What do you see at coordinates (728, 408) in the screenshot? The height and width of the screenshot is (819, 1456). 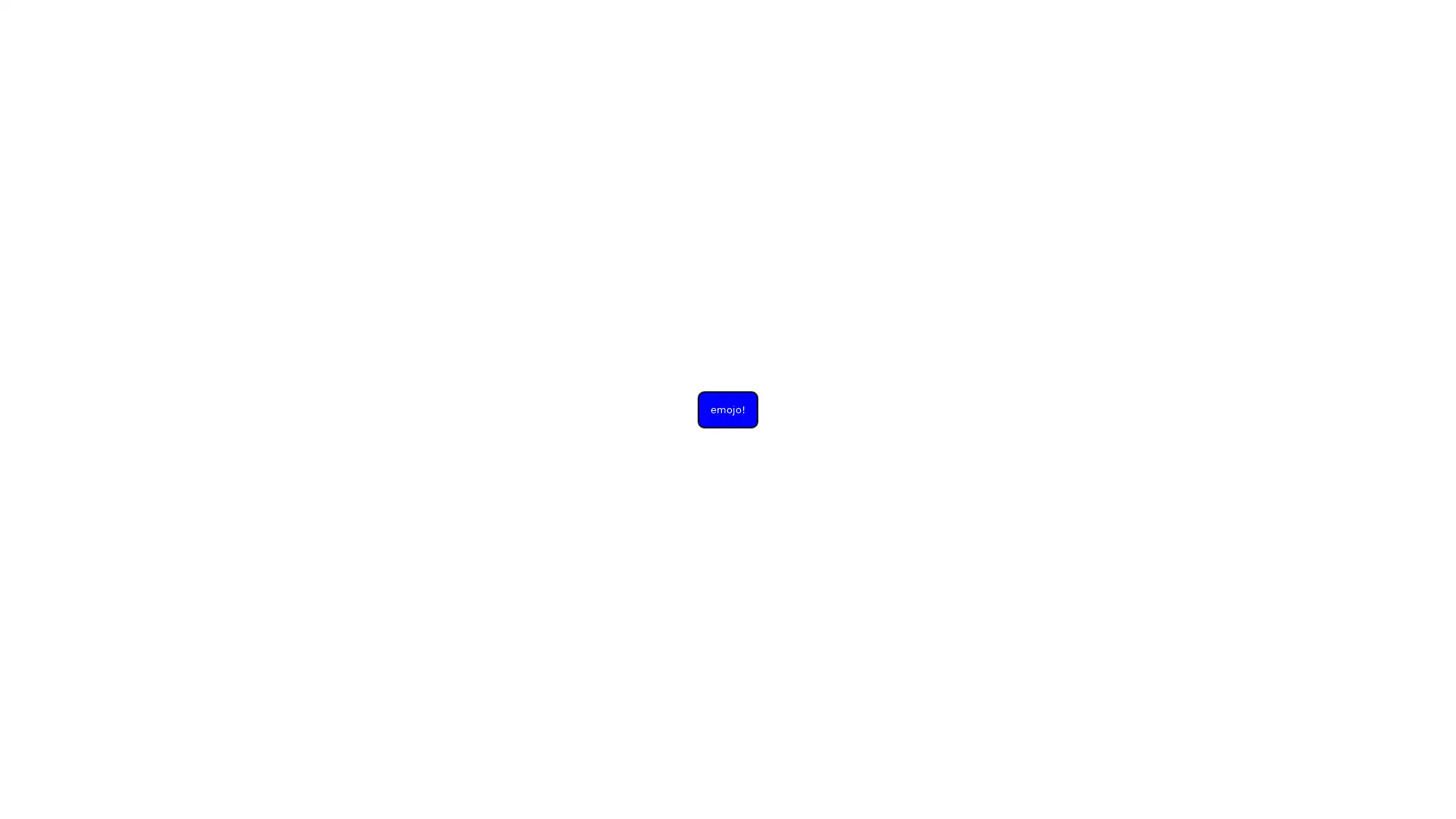 I see `emojo!` at bounding box center [728, 408].